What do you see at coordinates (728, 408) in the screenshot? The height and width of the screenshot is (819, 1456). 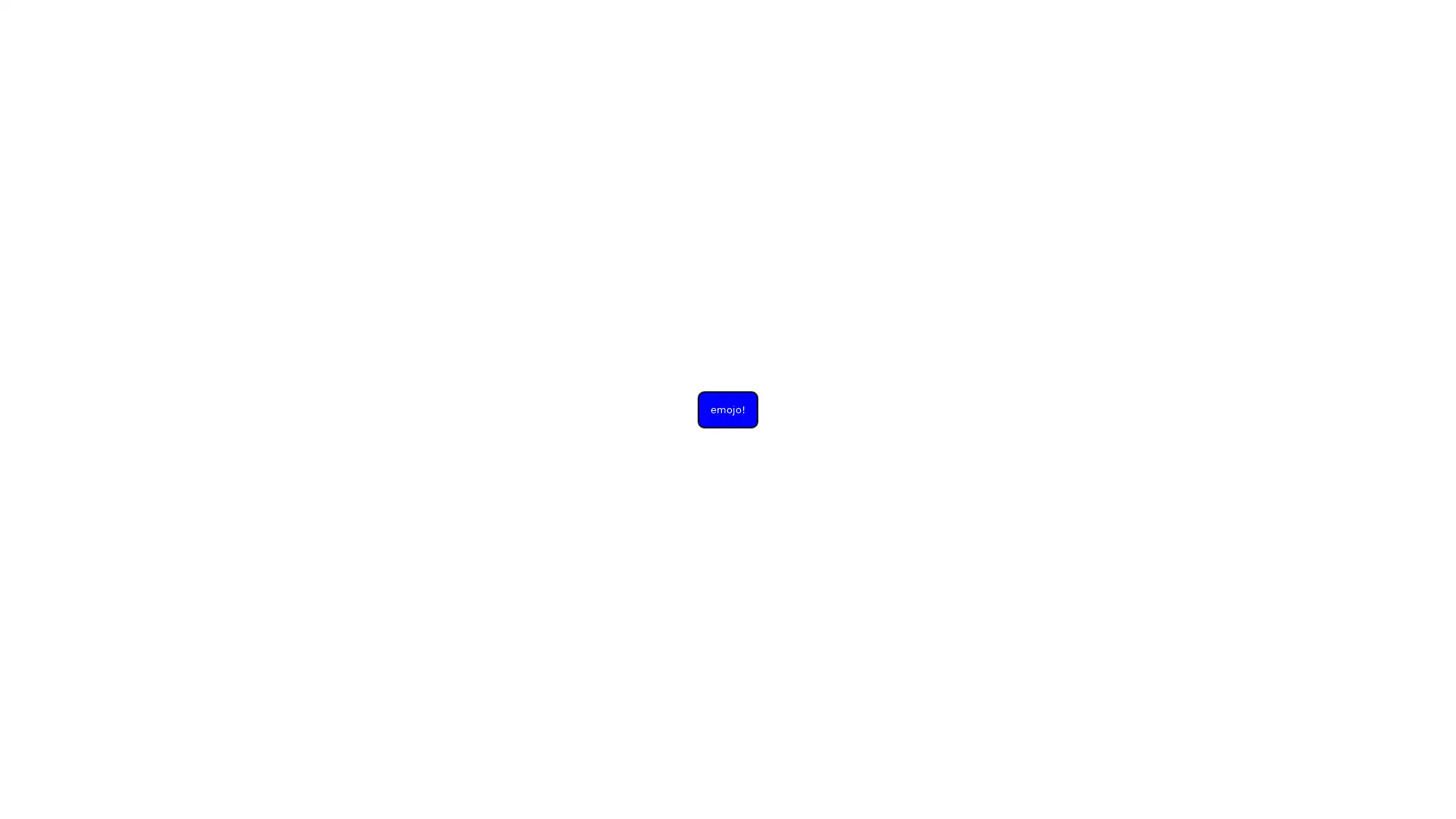 I see `emojo!` at bounding box center [728, 408].